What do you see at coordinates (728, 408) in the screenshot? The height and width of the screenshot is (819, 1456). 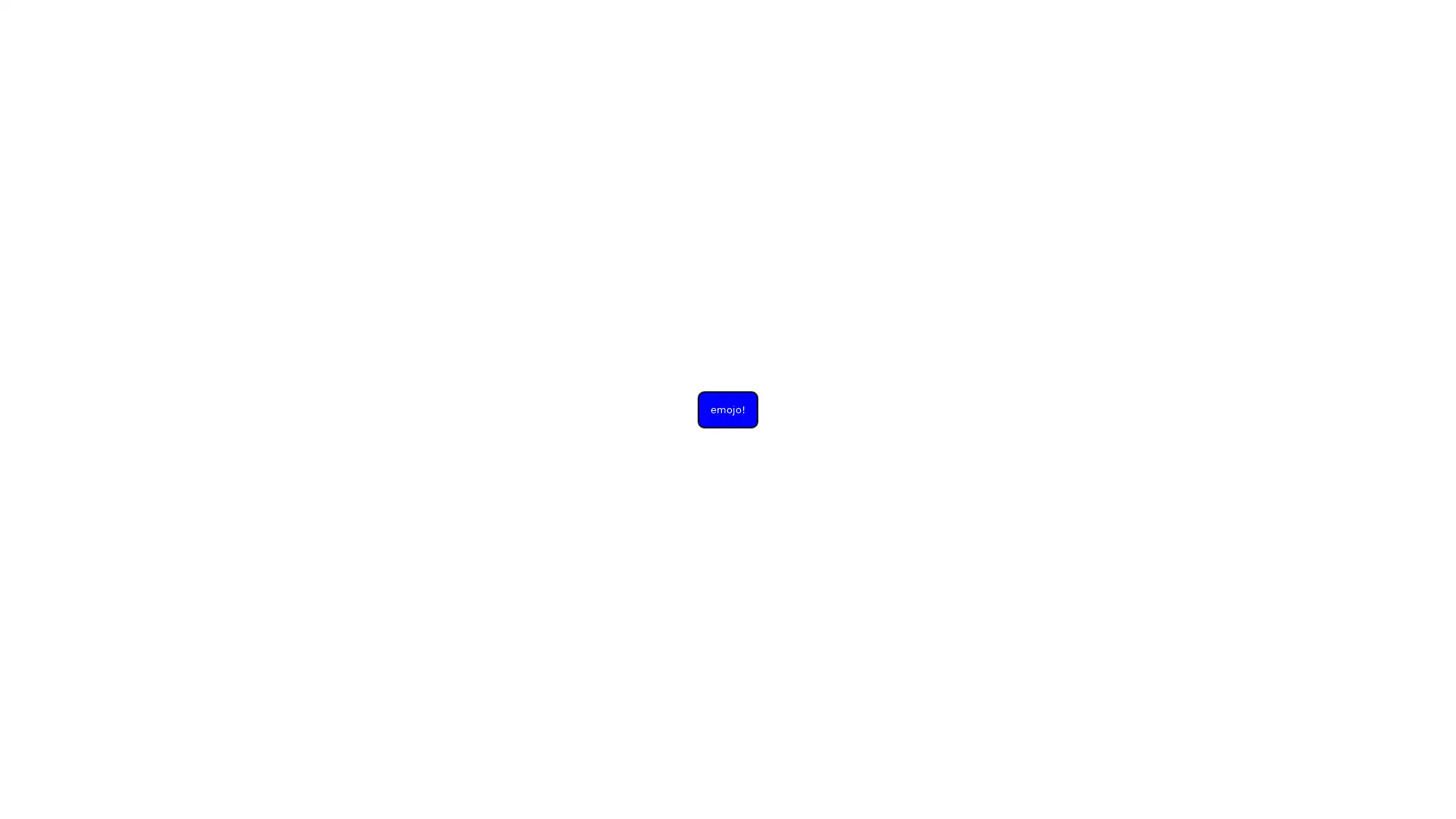 I see `emojo!` at bounding box center [728, 408].